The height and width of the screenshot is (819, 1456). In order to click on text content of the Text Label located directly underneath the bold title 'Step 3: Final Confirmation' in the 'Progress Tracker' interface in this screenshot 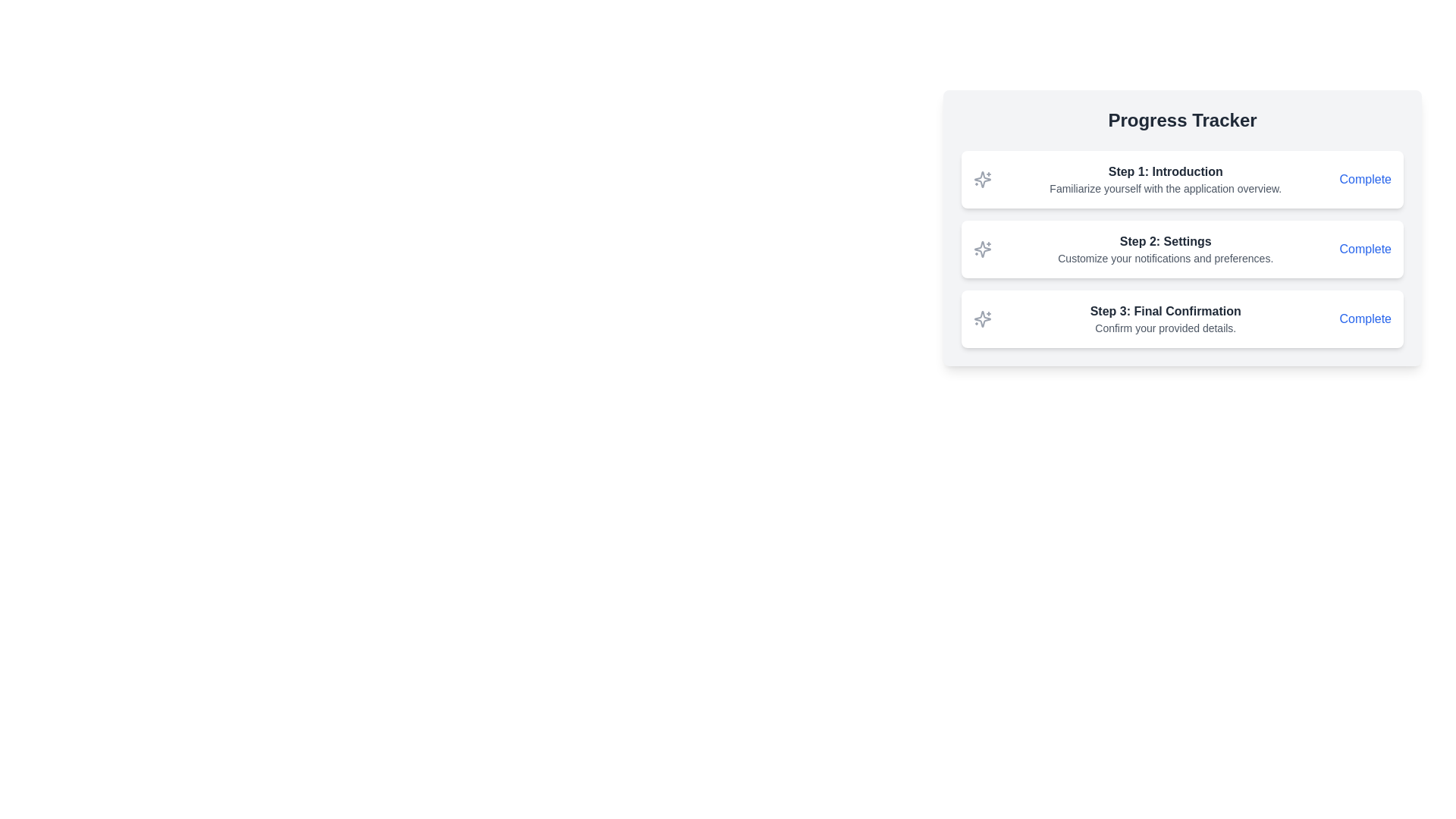, I will do `click(1165, 327)`.